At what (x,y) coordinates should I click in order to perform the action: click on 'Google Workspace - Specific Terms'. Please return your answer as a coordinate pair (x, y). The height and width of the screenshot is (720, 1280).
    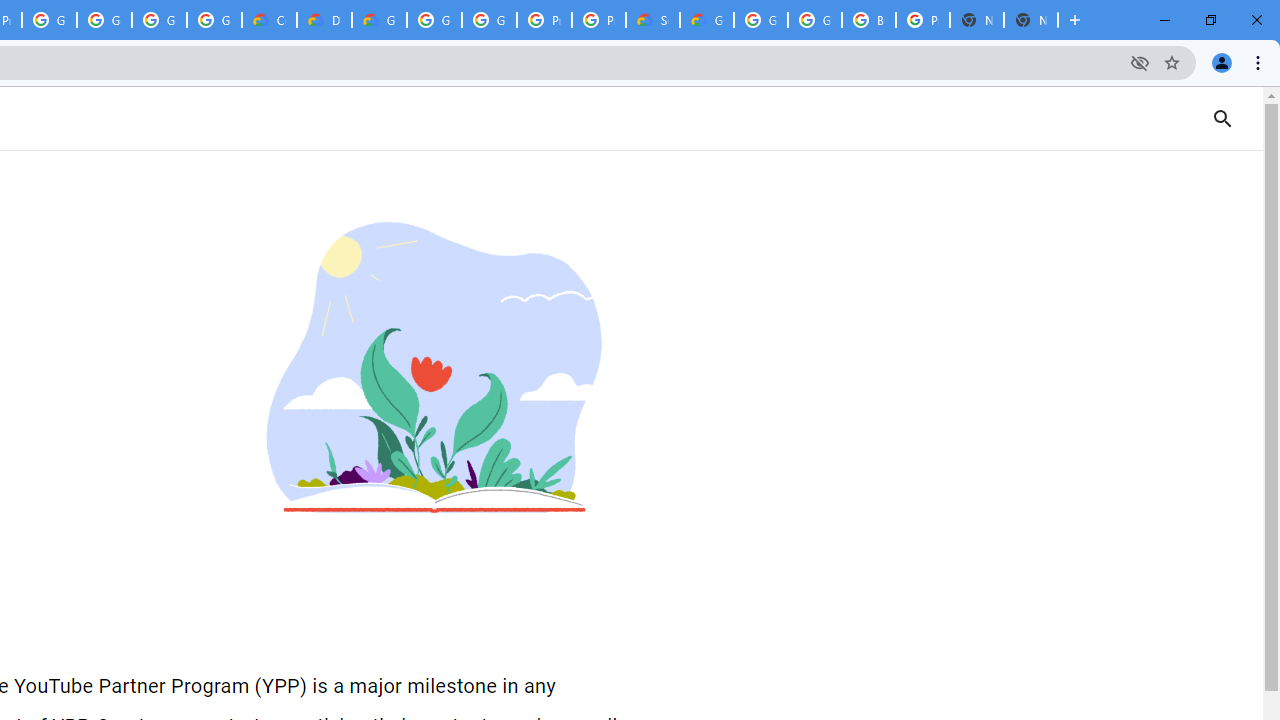
    Looking at the image, I should click on (158, 20).